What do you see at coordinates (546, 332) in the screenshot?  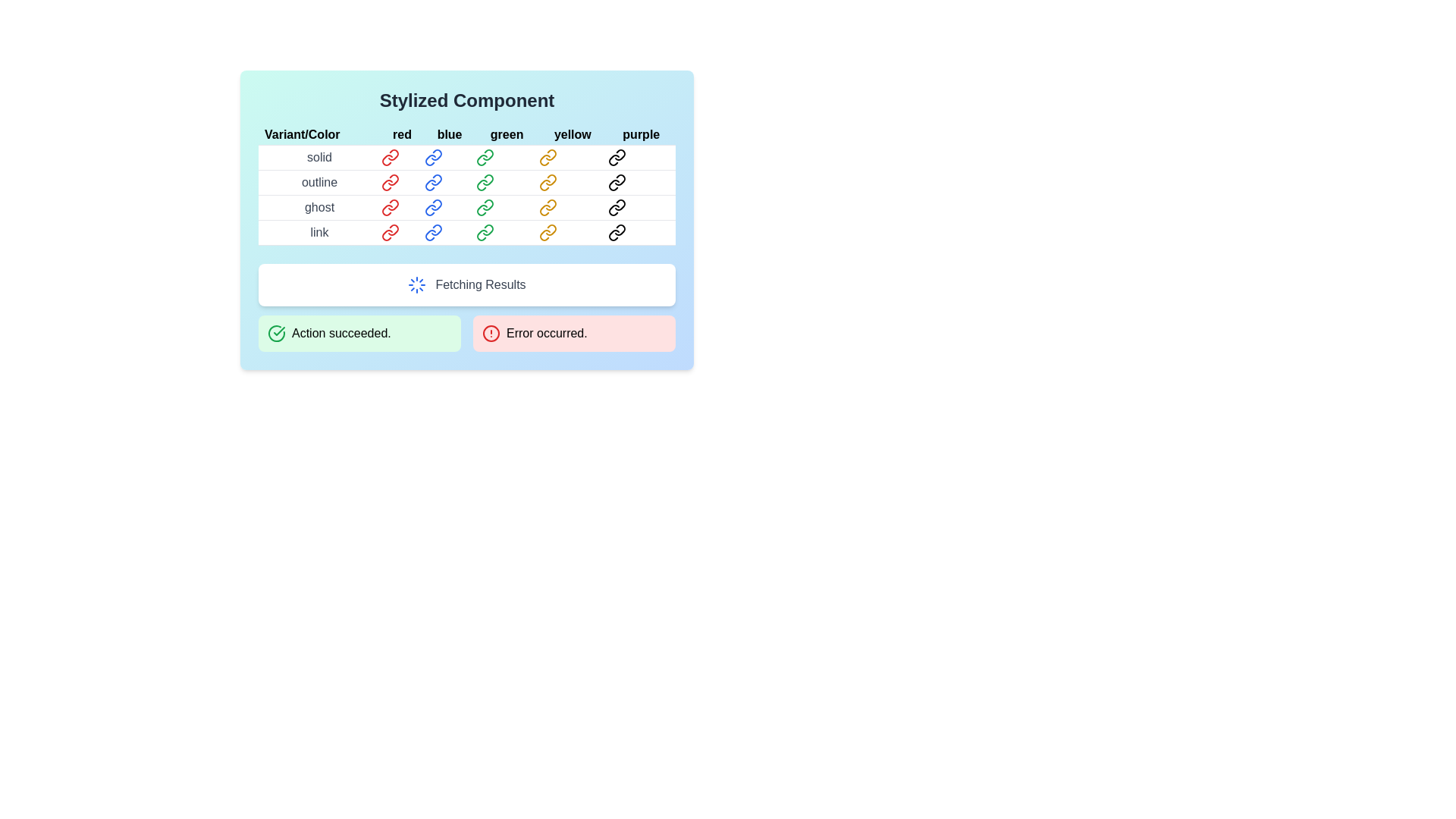 I see `the text label displaying 'Error occurred.' in bold black characters, which is located in the lower right of the interface with a red background and an alert icon to the left` at bounding box center [546, 332].